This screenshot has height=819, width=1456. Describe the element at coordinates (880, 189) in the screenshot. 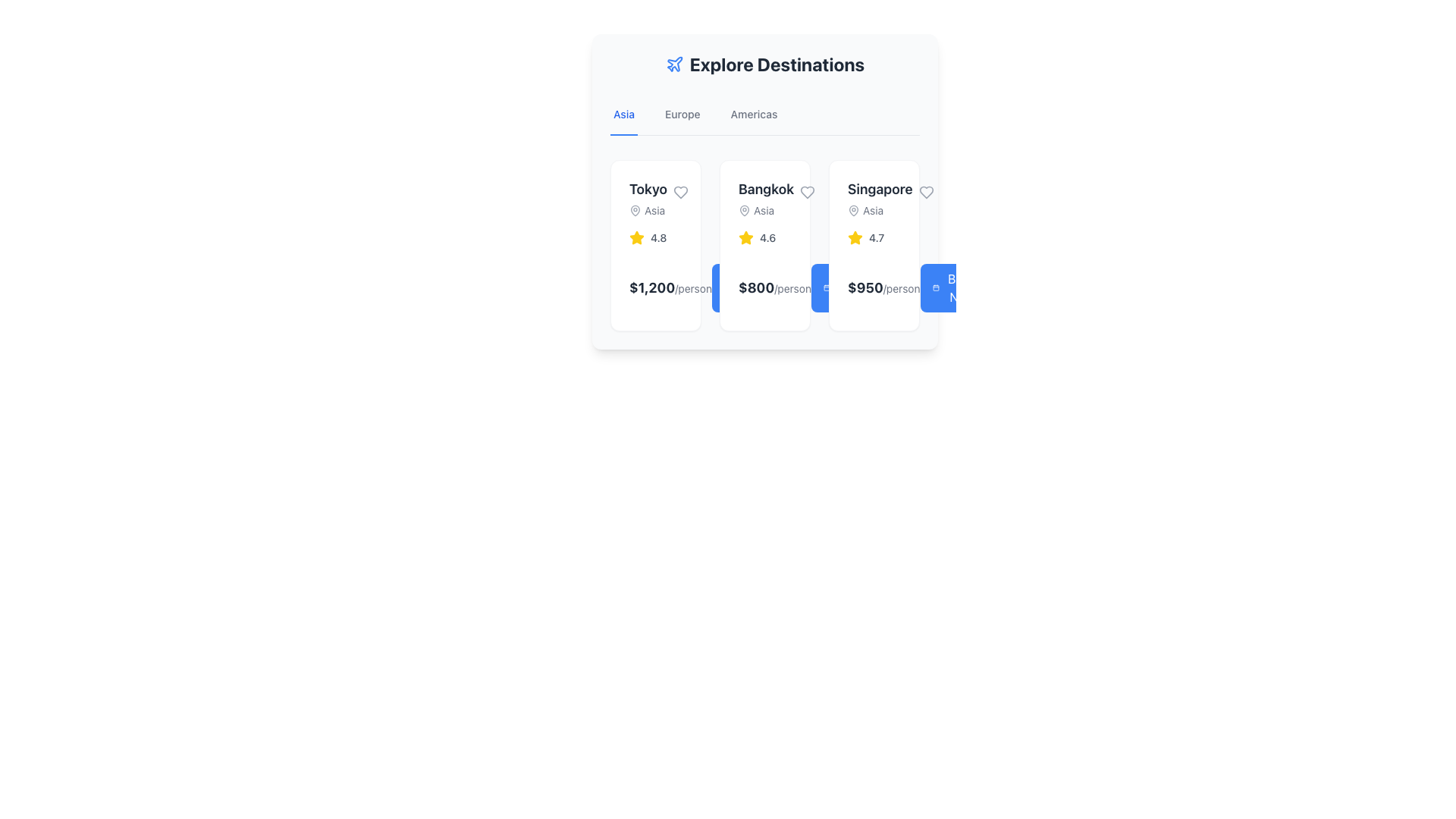

I see `text content of the header Text Label indicating the name of the destination, Singapore, located in the third column of cards under the 'Asia' section` at that location.